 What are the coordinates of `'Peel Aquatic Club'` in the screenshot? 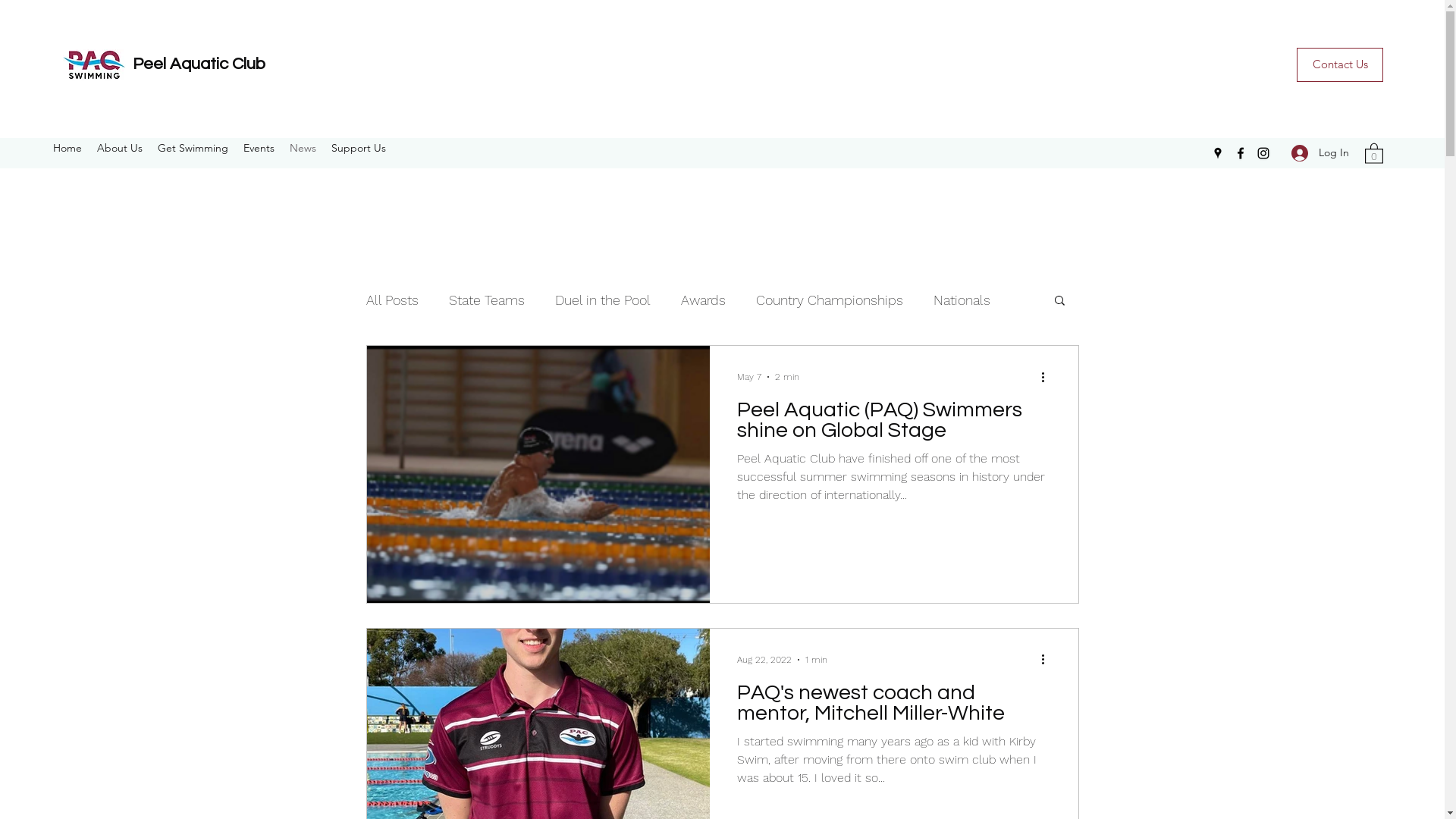 It's located at (198, 63).